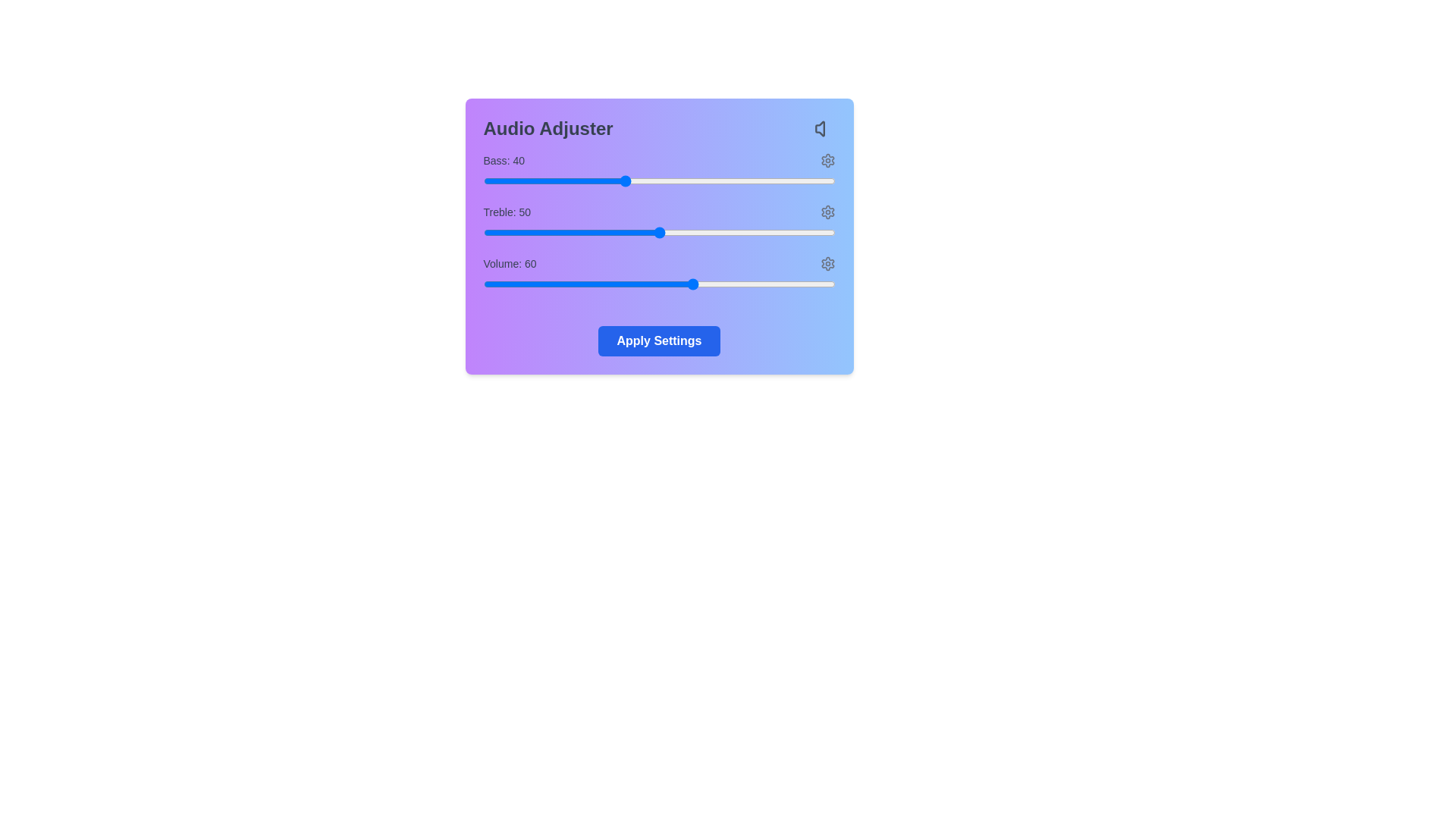 This screenshot has width=1456, height=819. What do you see at coordinates (824, 174) in the screenshot?
I see `bass` at bounding box center [824, 174].